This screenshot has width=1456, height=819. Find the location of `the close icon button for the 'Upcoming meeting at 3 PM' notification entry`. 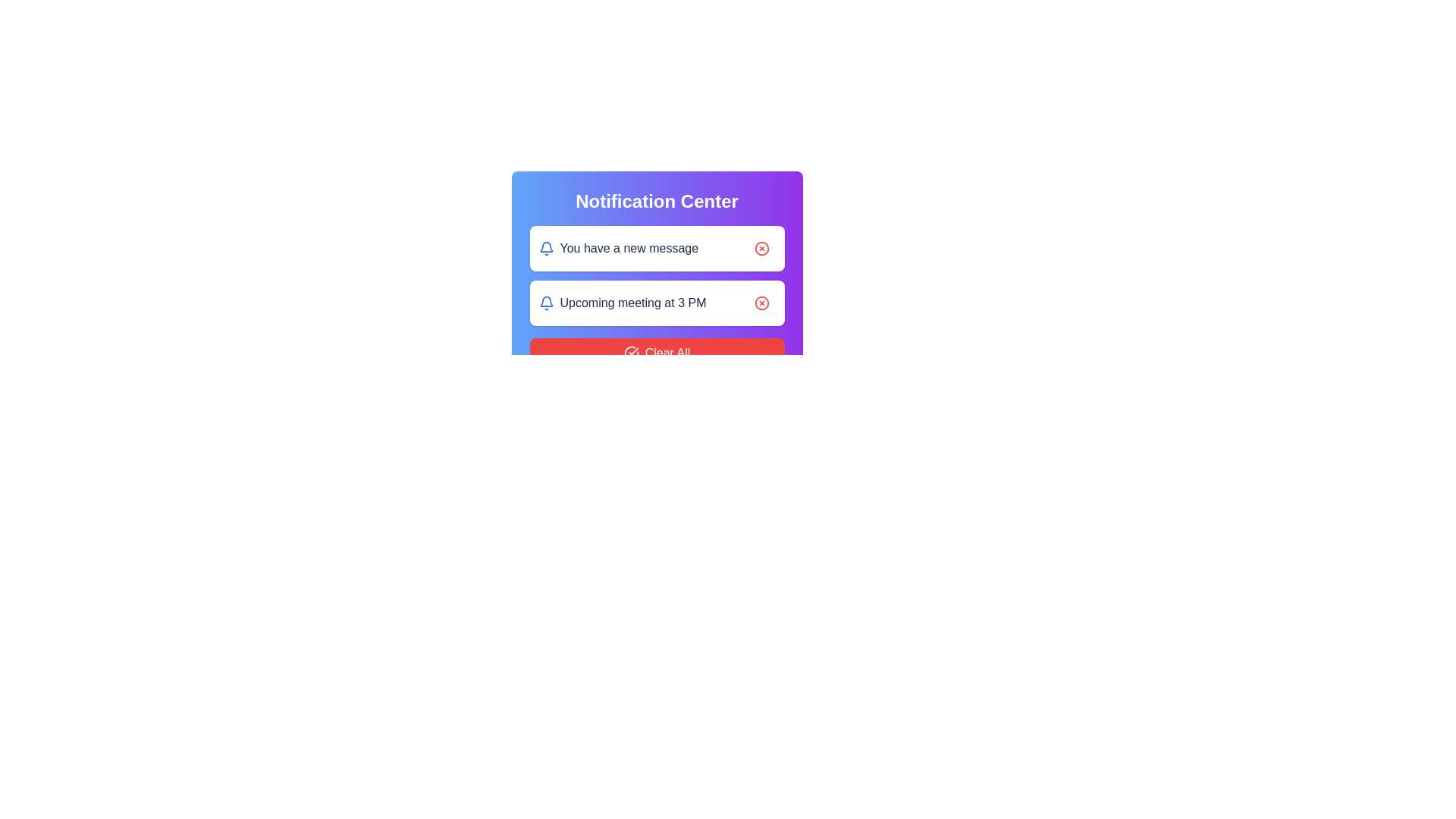

the close icon button for the 'Upcoming meeting at 3 PM' notification entry is located at coordinates (761, 303).